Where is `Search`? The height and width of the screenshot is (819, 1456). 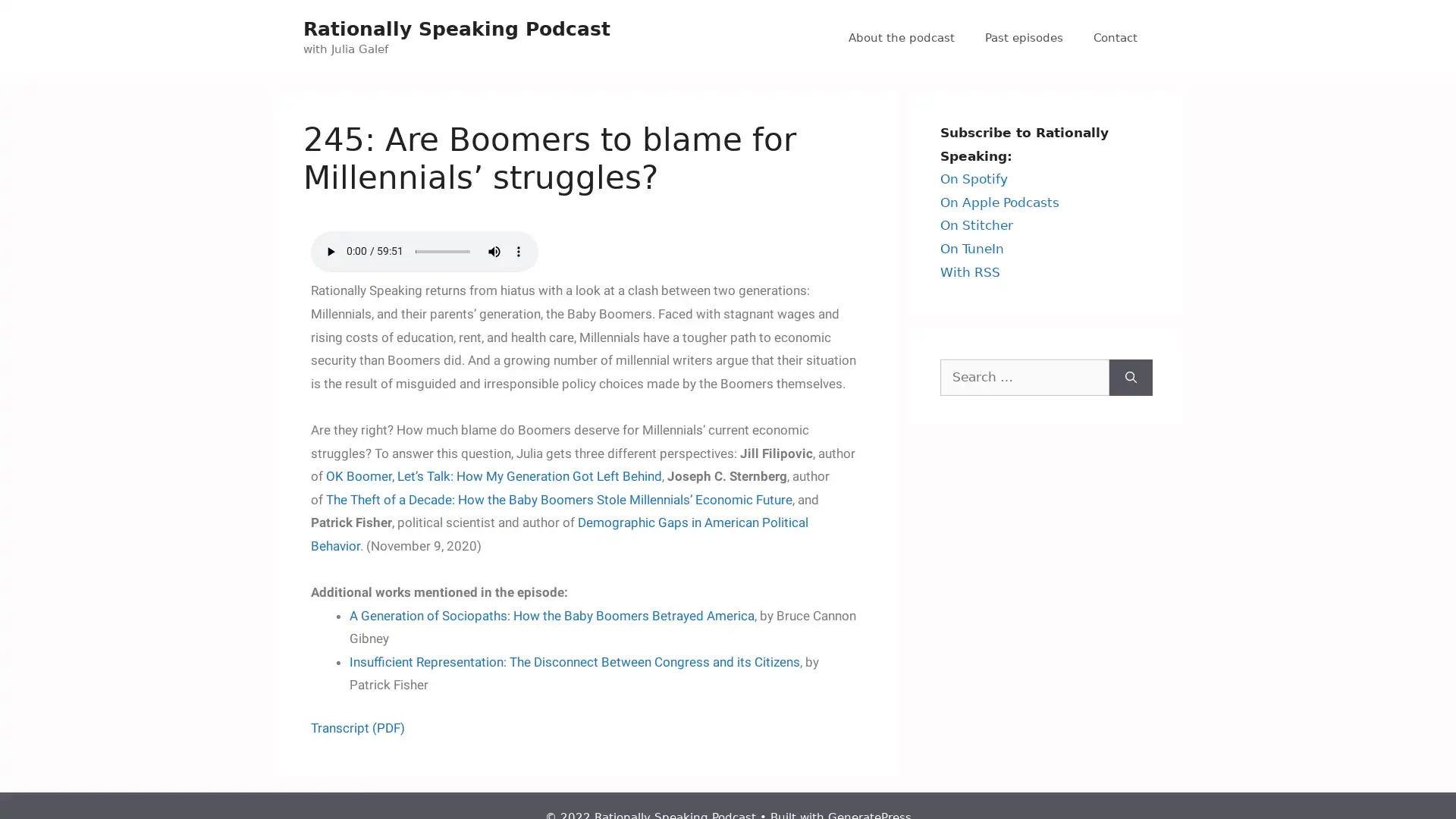 Search is located at coordinates (1131, 376).